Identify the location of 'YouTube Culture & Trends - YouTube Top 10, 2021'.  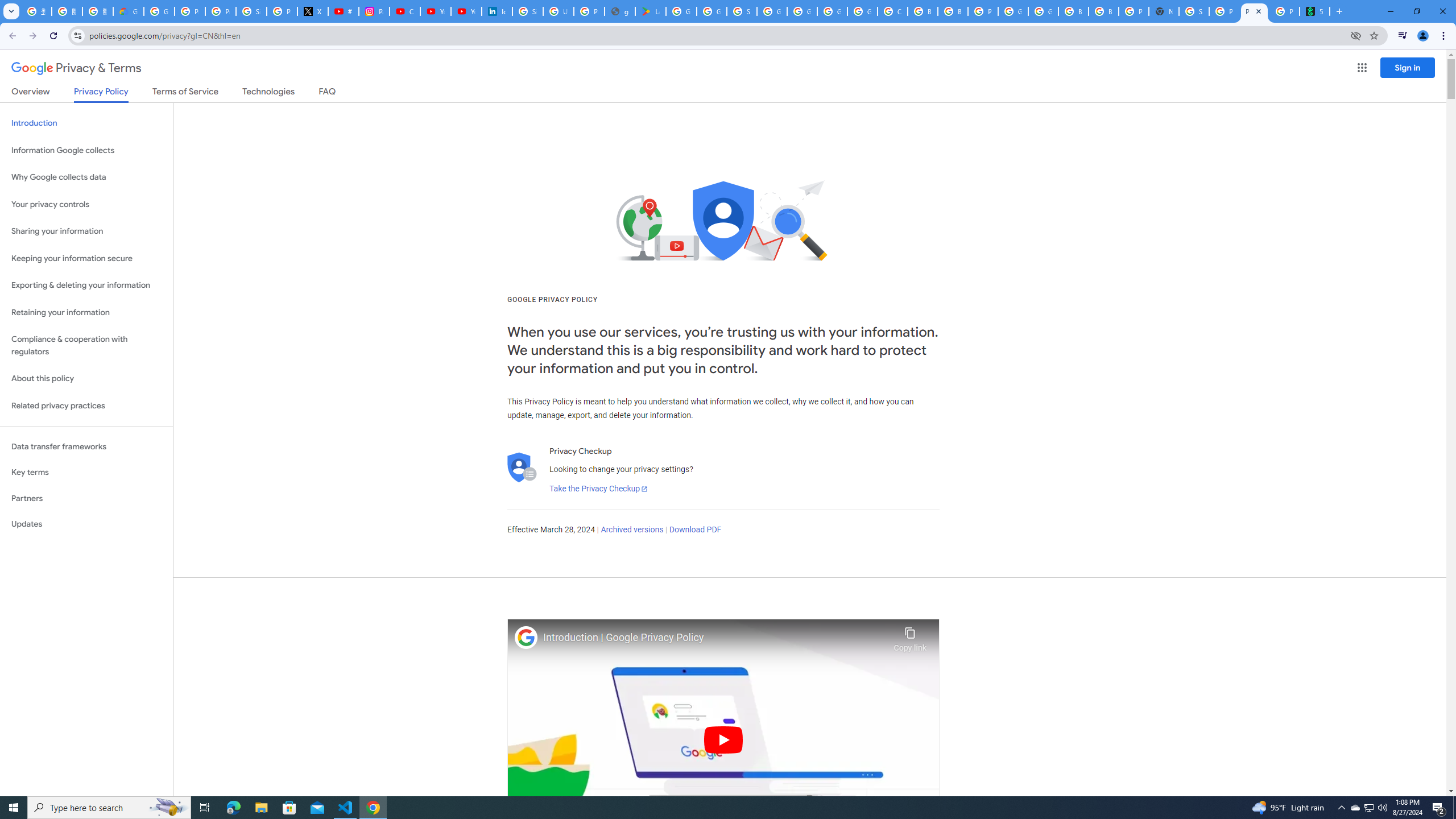
(466, 11).